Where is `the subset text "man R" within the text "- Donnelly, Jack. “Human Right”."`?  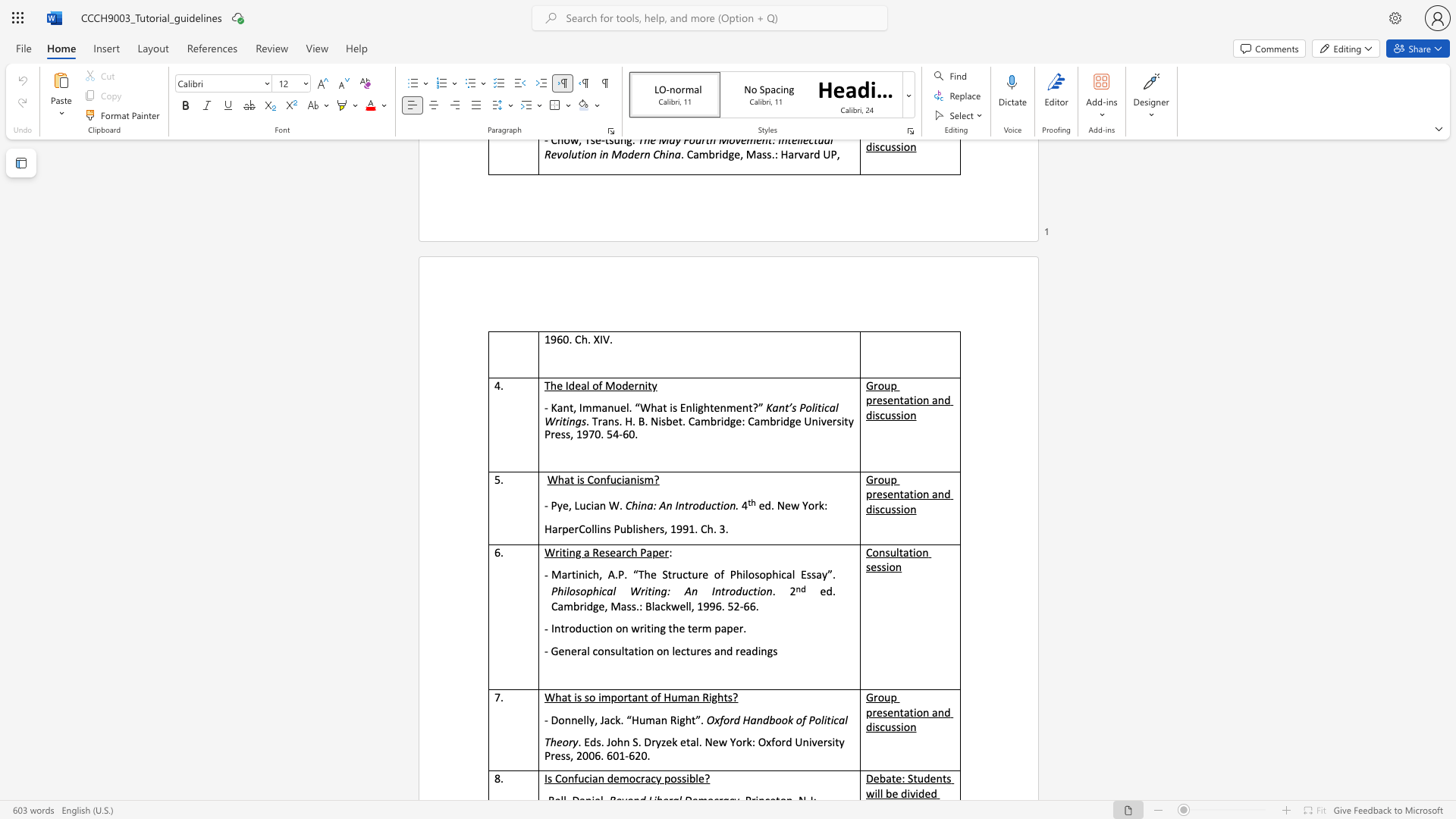
the subset text "man R" within the text "- Donnelly, Jack. “Human Right”." is located at coordinates (645, 719).